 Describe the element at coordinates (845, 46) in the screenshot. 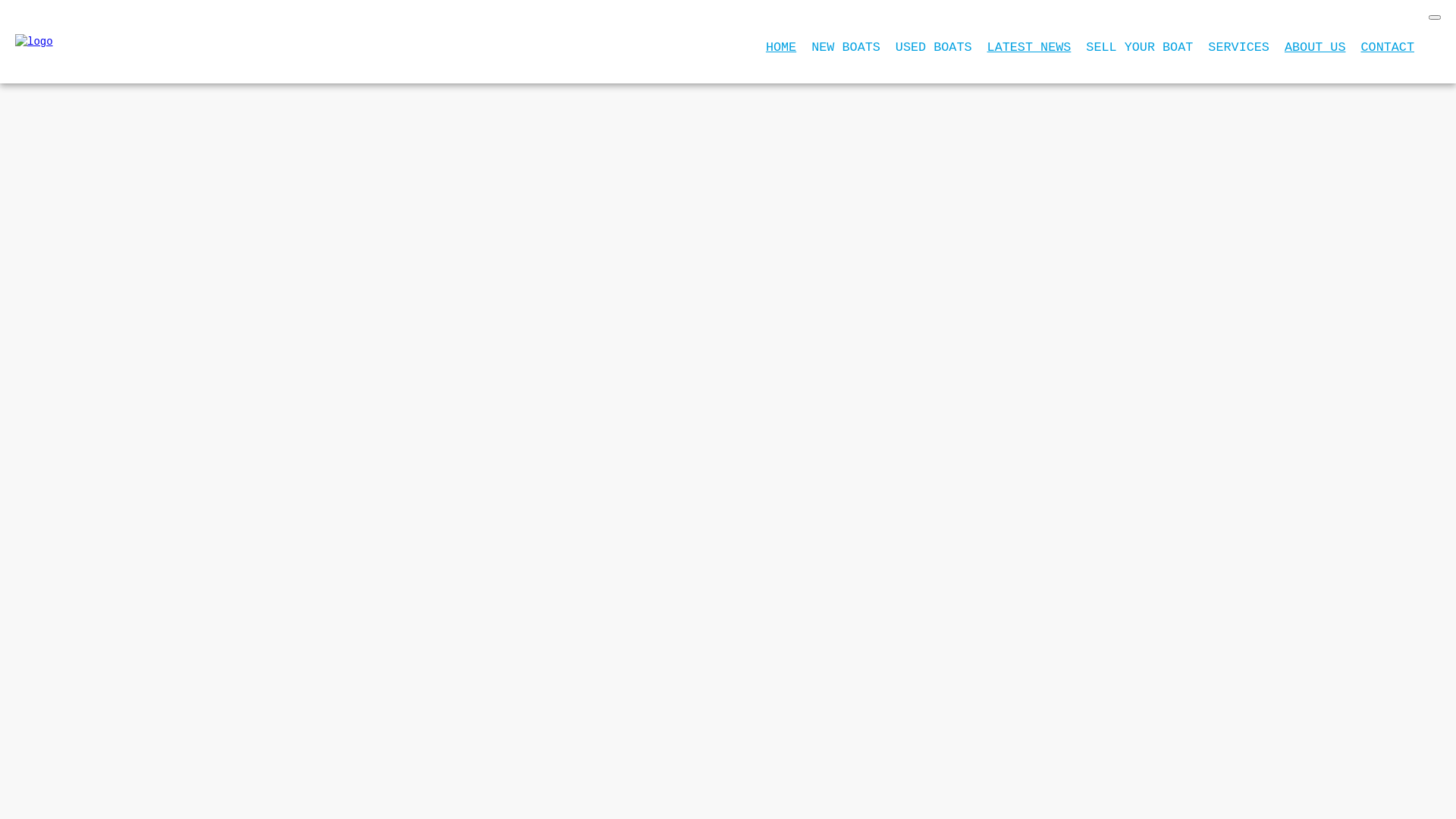

I see `'NEW BOATS'` at that location.